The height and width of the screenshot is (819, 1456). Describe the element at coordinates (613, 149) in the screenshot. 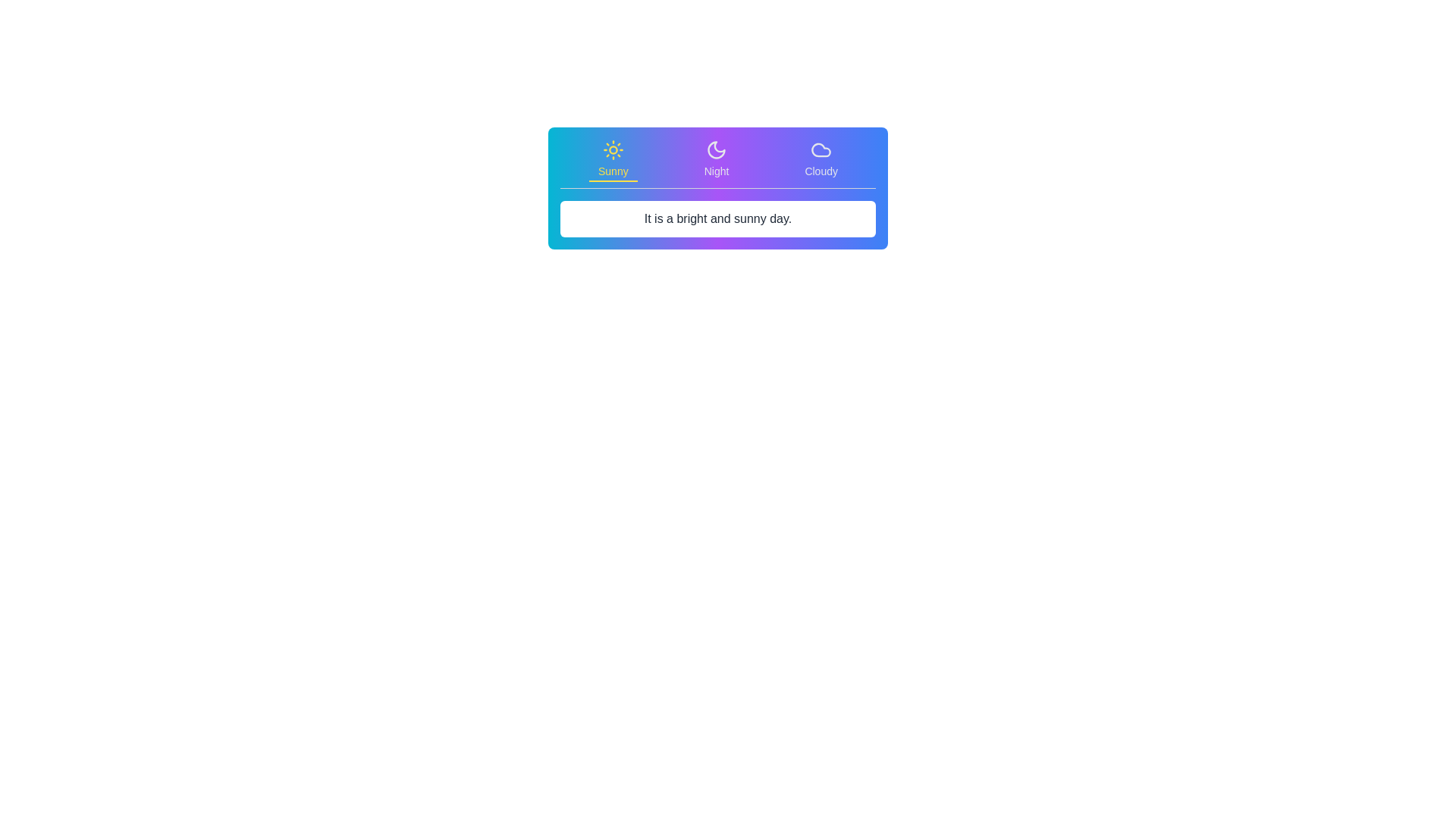

I see `the graphical circle representing the sunny weather condition, which is centrally located within the sun icon in the weather selector interface` at that location.